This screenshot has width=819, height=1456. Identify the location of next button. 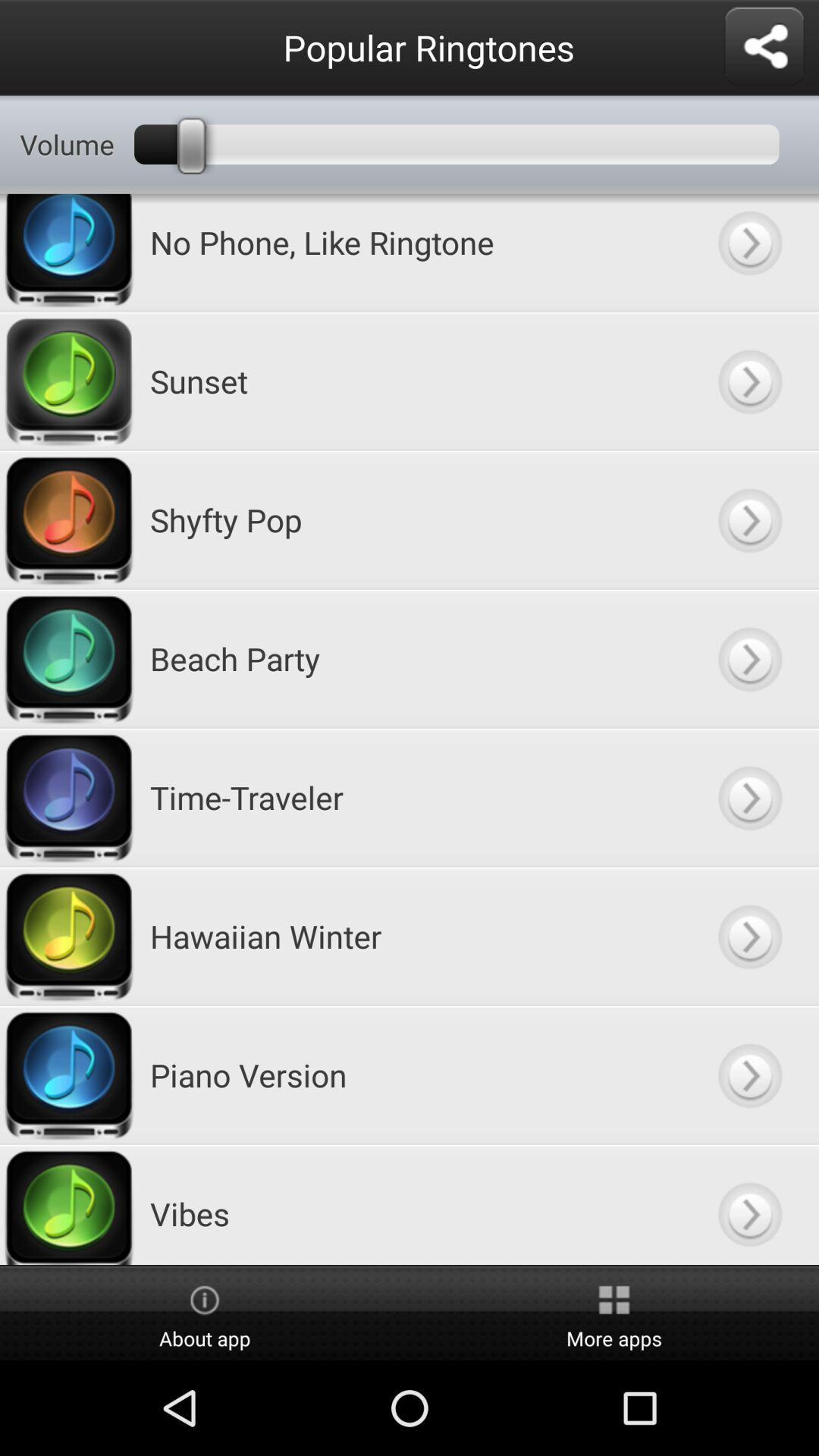
(748, 935).